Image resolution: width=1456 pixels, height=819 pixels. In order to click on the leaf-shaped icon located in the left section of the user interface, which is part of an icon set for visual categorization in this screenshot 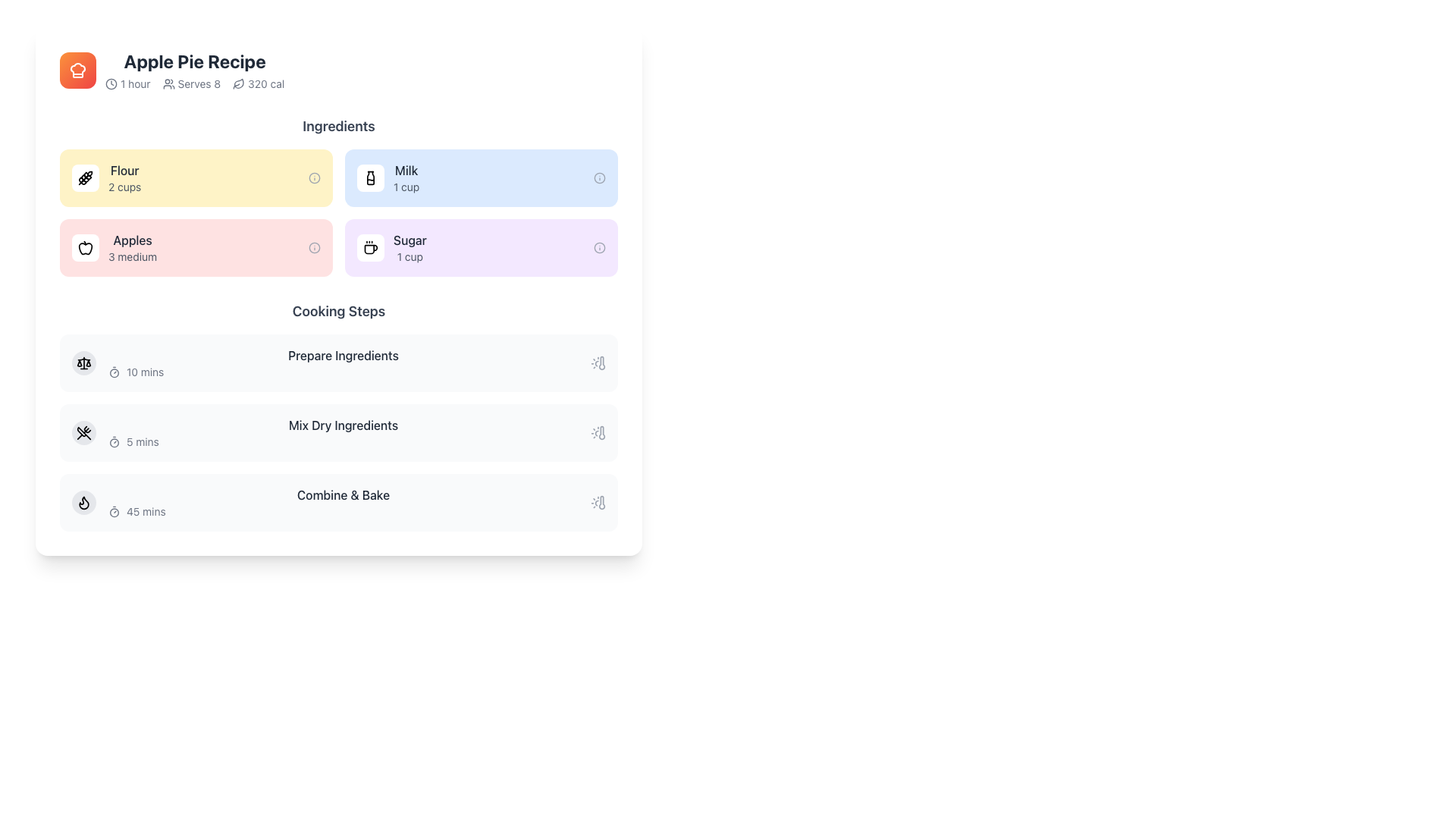, I will do `click(238, 83)`.